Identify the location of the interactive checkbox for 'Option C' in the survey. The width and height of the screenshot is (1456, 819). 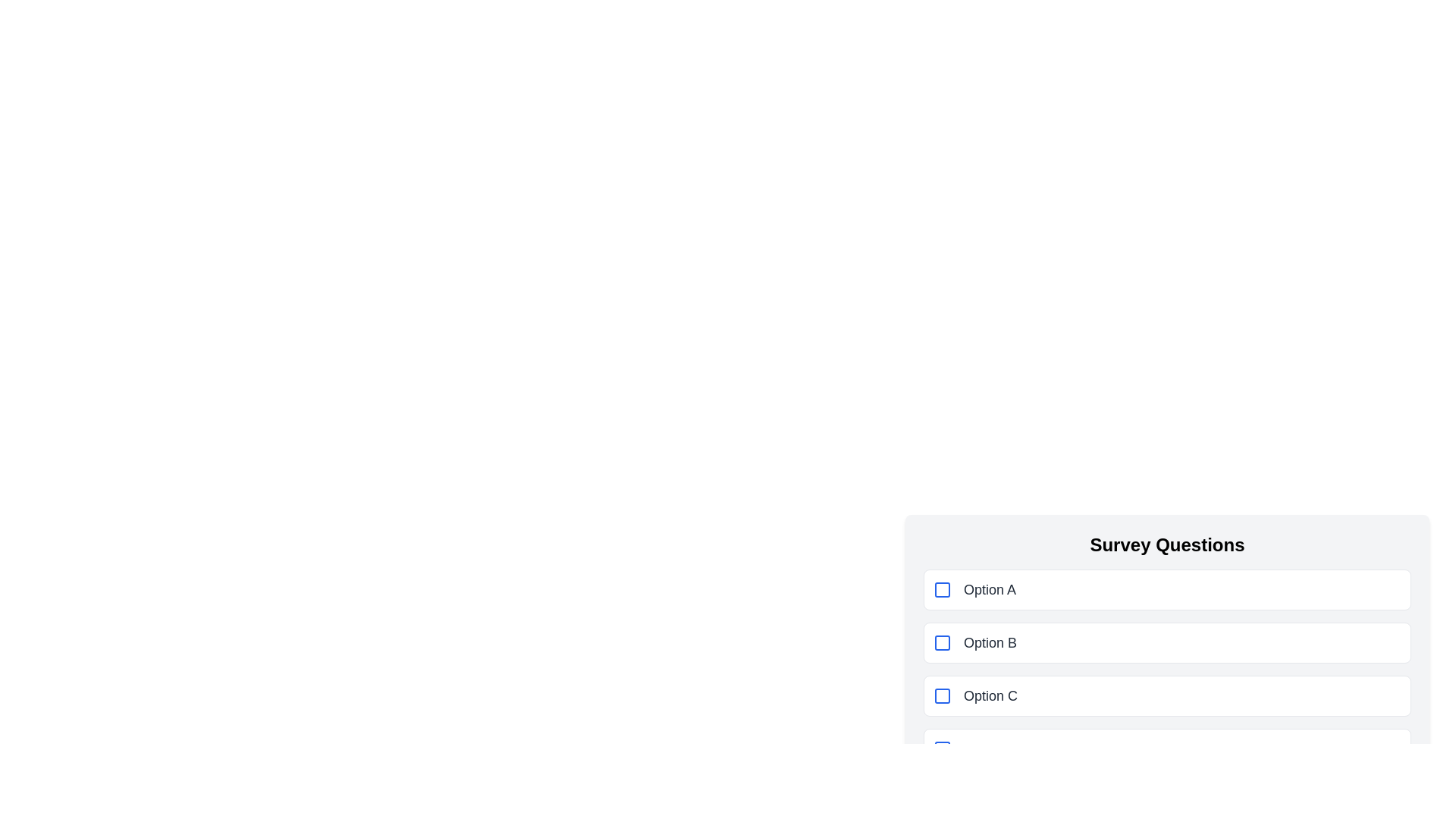
(942, 696).